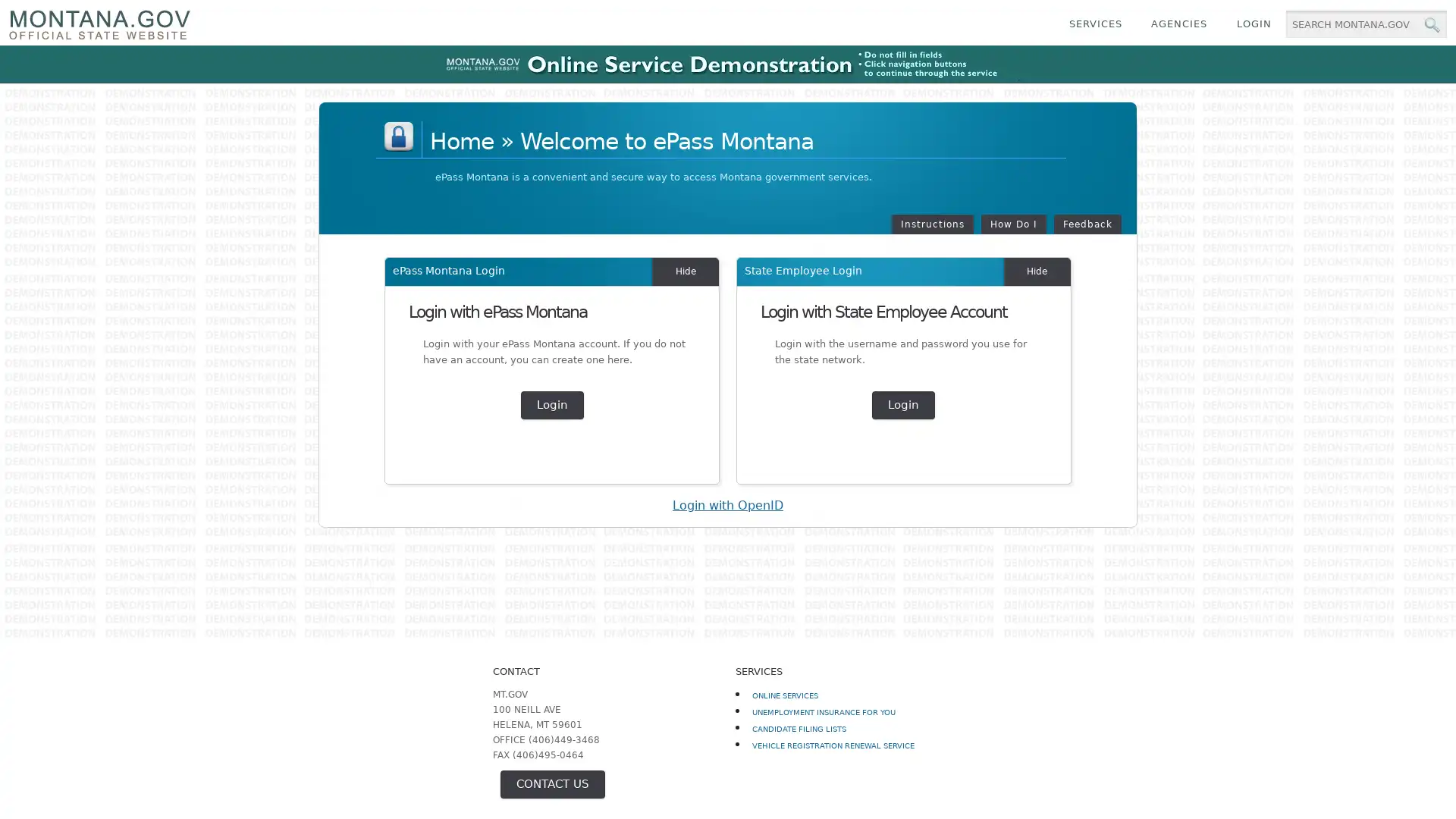 This screenshot has width=1456, height=819. What do you see at coordinates (1430, 25) in the screenshot?
I see `MT.gov Search Button` at bounding box center [1430, 25].